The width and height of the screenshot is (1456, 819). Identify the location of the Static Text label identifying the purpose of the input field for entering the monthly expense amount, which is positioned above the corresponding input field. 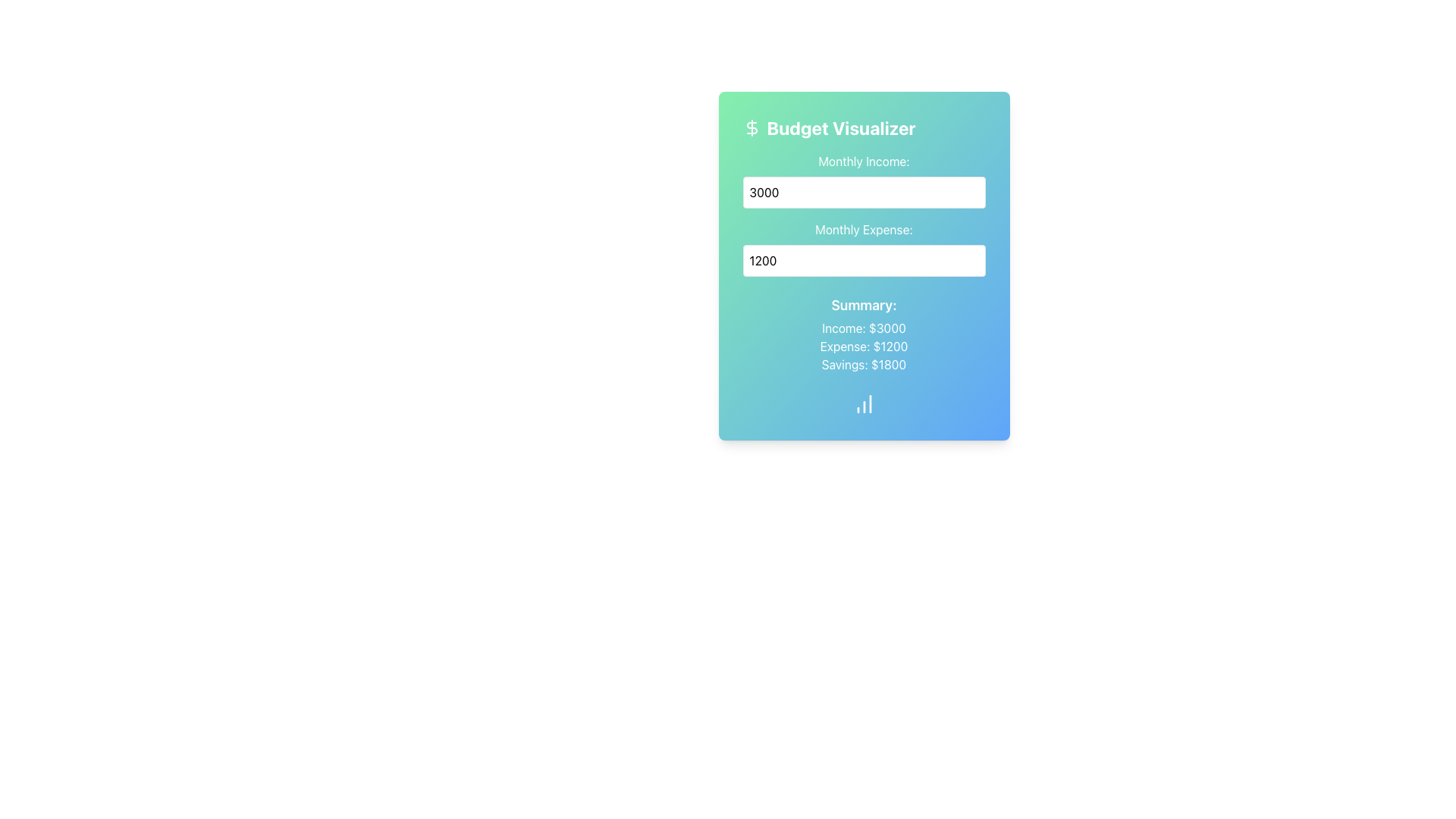
(864, 230).